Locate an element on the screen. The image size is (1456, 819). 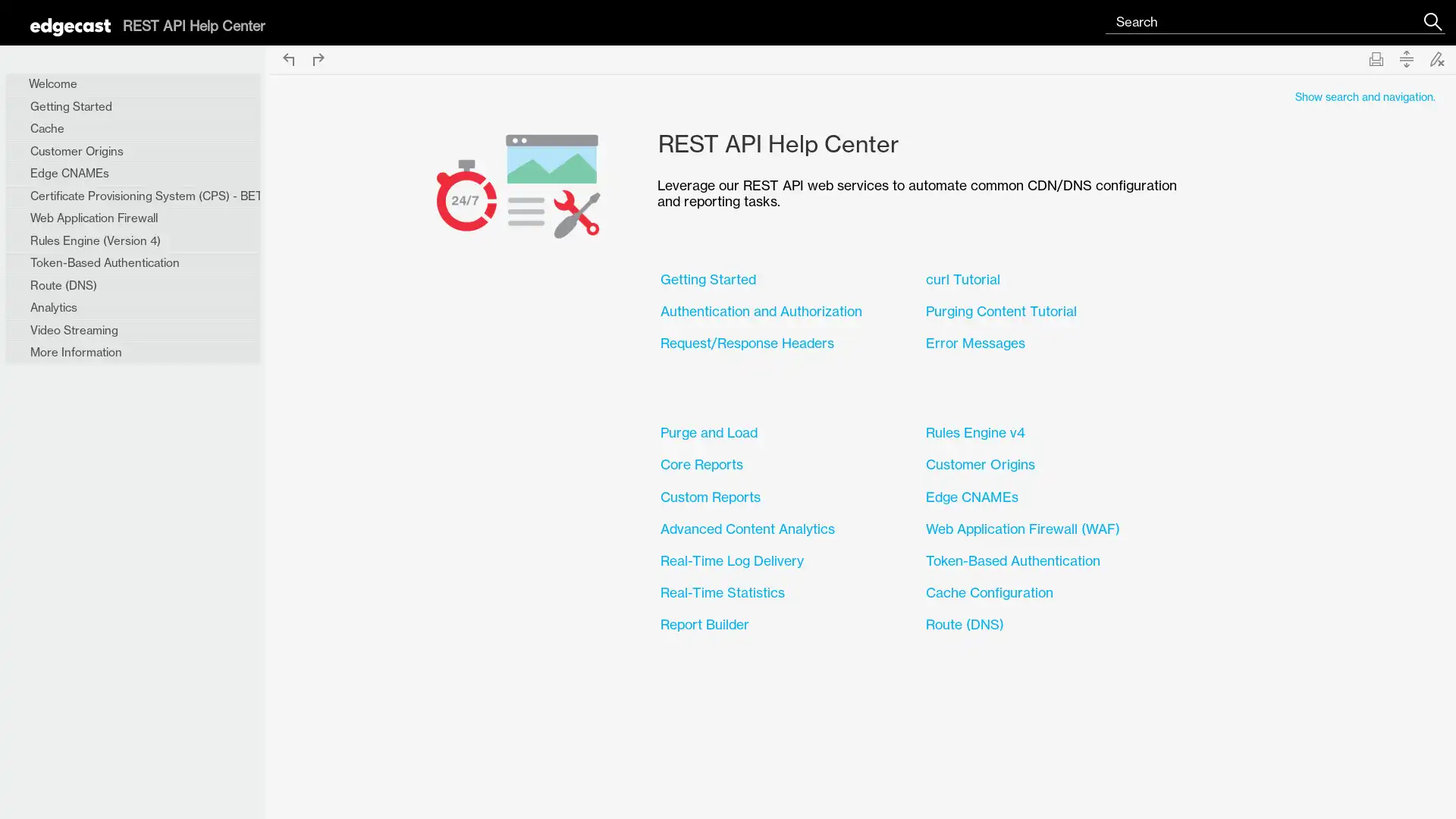
remove highlight is located at coordinates (1436, 58).